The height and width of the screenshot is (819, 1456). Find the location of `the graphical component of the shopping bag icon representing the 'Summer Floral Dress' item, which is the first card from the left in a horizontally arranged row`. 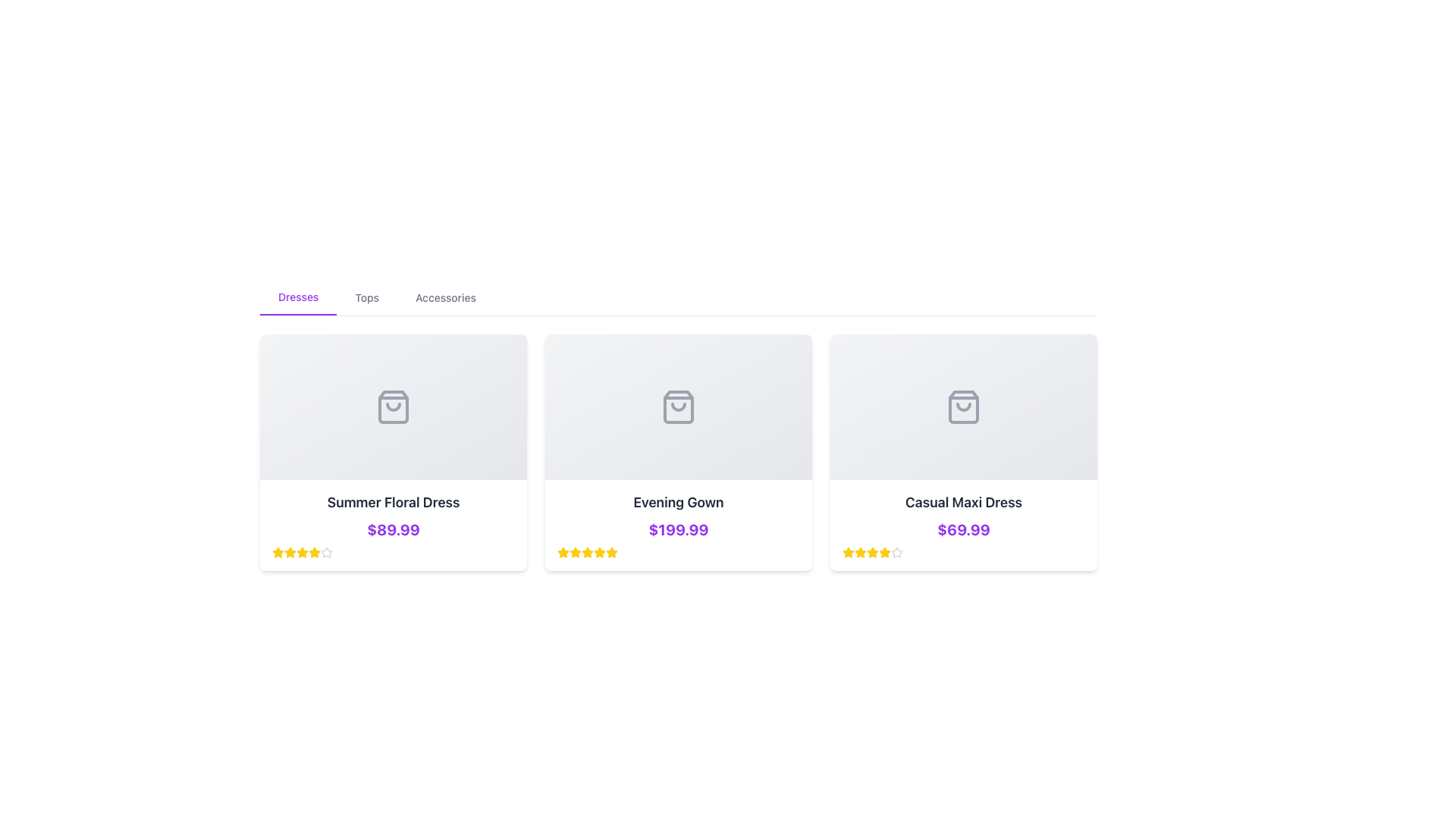

the graphical component of the shopping bag icon representing the 'Summer Floral Dress' item, which is the first card from the left in a horizontally arranged row is located at coordinates (393, 406).